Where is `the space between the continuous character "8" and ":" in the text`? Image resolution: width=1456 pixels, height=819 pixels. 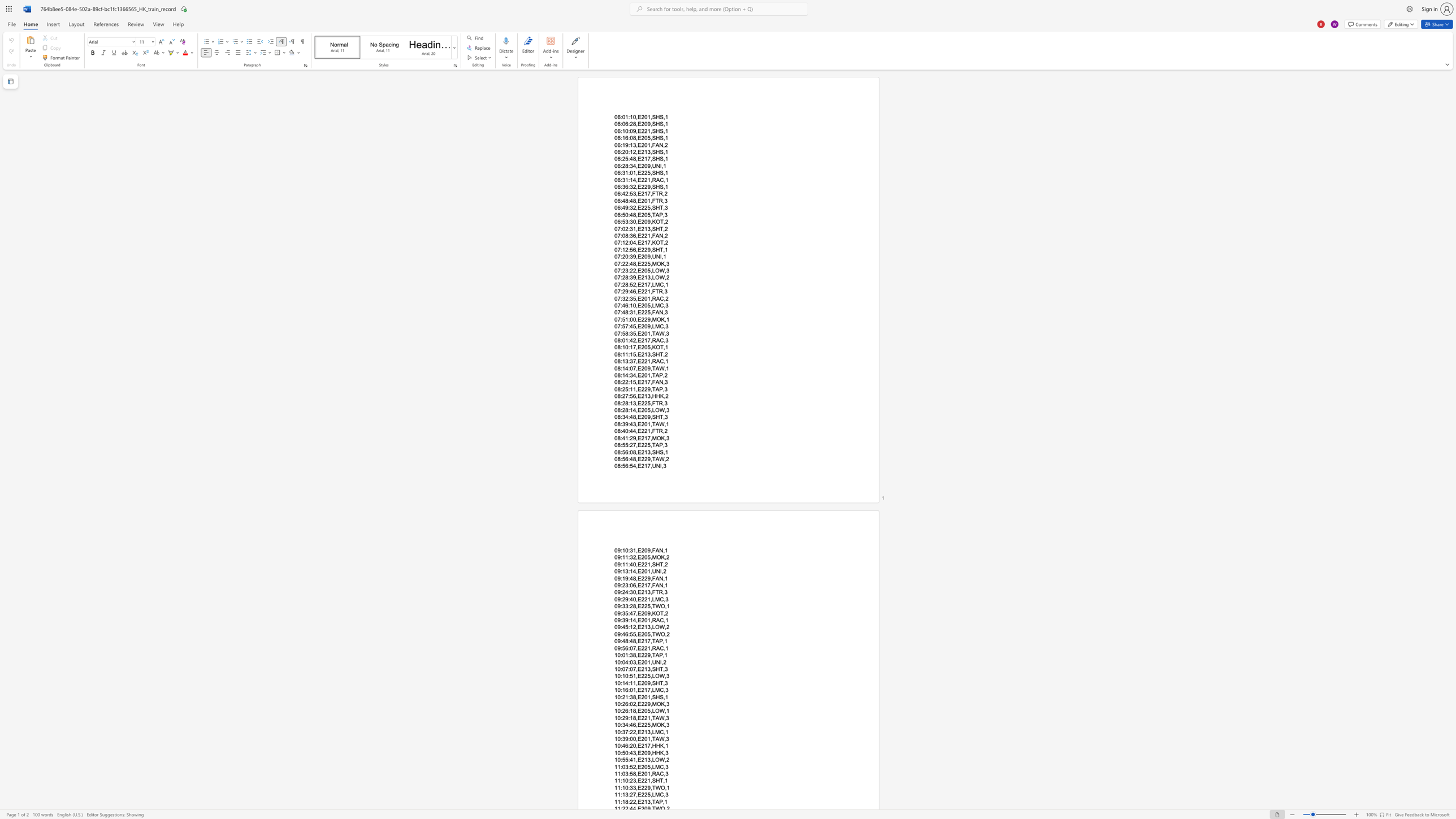 the space between the continuous character "8" and ":" in the text is located at coordinates (619, 466).